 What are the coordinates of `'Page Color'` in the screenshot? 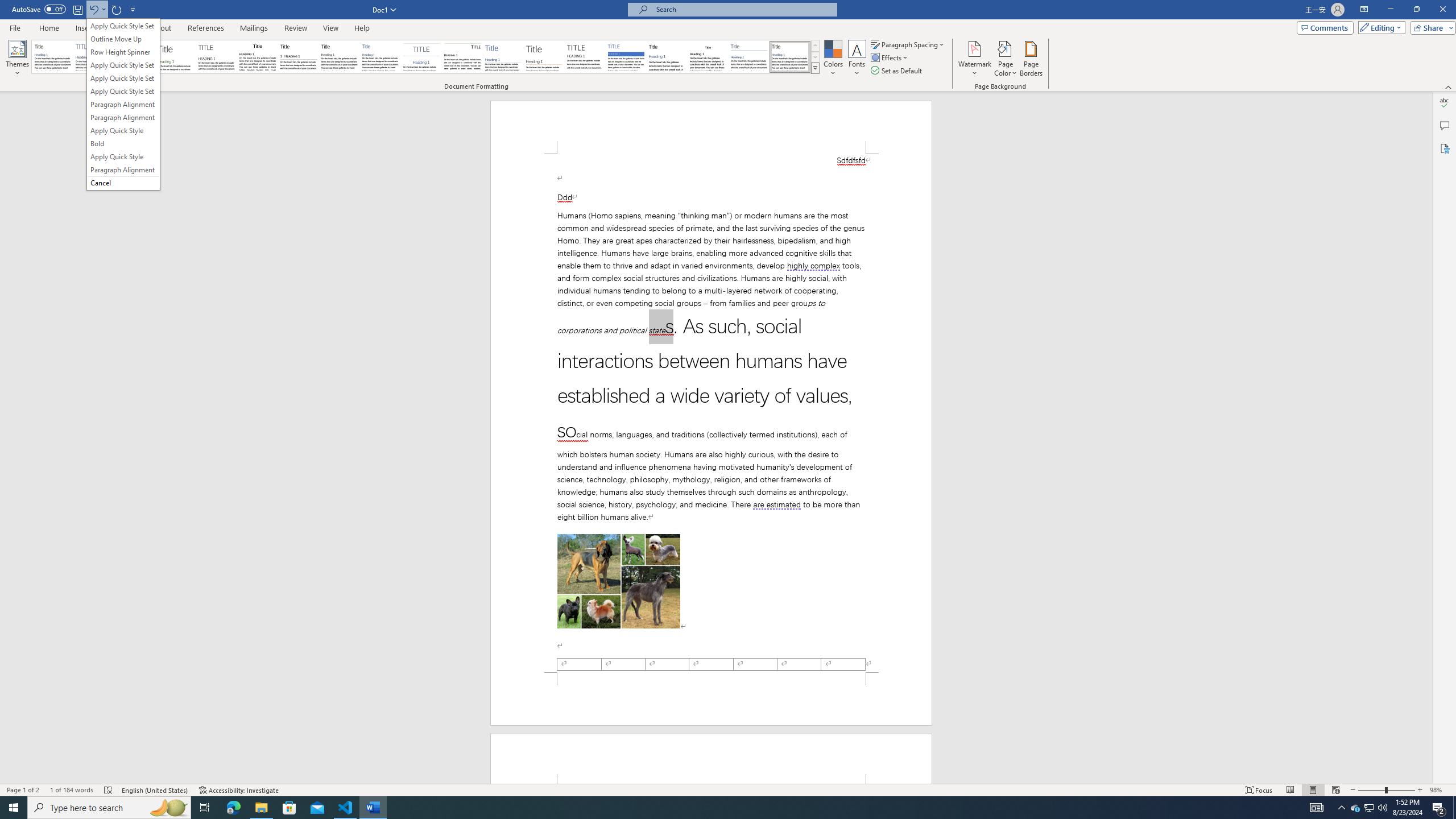 It's located at (1006, 59).